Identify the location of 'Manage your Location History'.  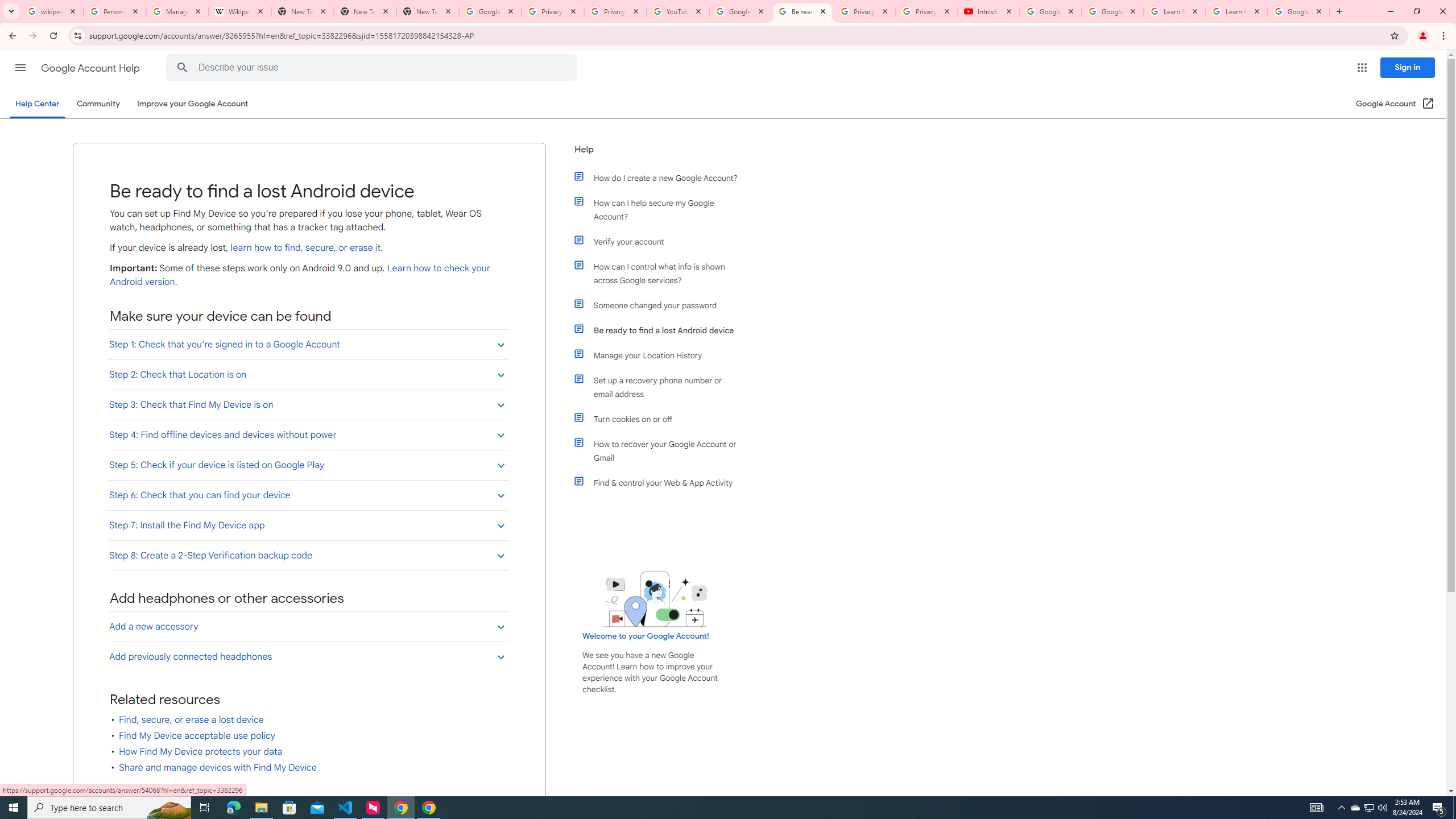
(661, 355).